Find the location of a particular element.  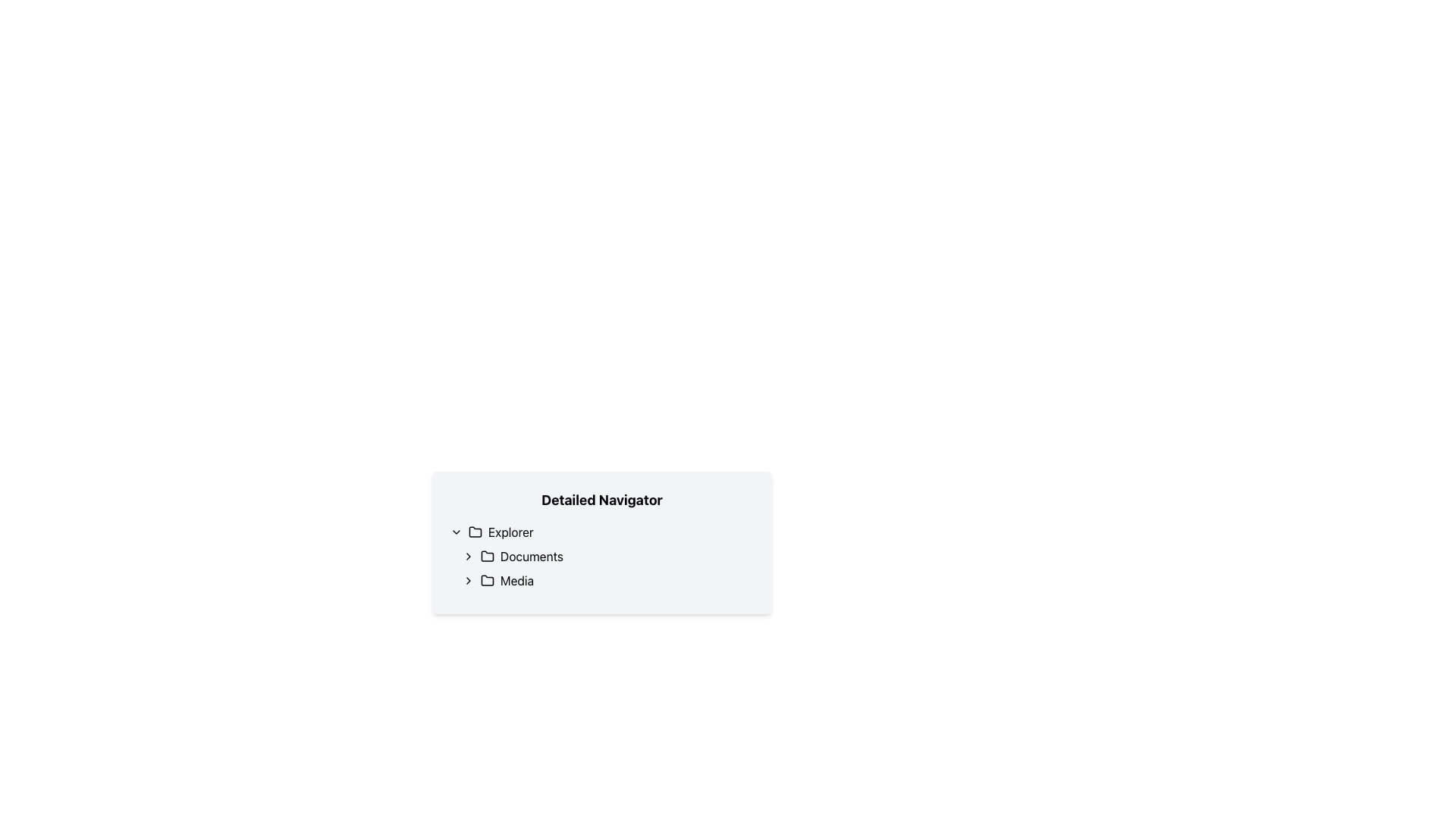

the 'Documents Media' navigation element in the file explorer interface is located at coordinates (607, 568).